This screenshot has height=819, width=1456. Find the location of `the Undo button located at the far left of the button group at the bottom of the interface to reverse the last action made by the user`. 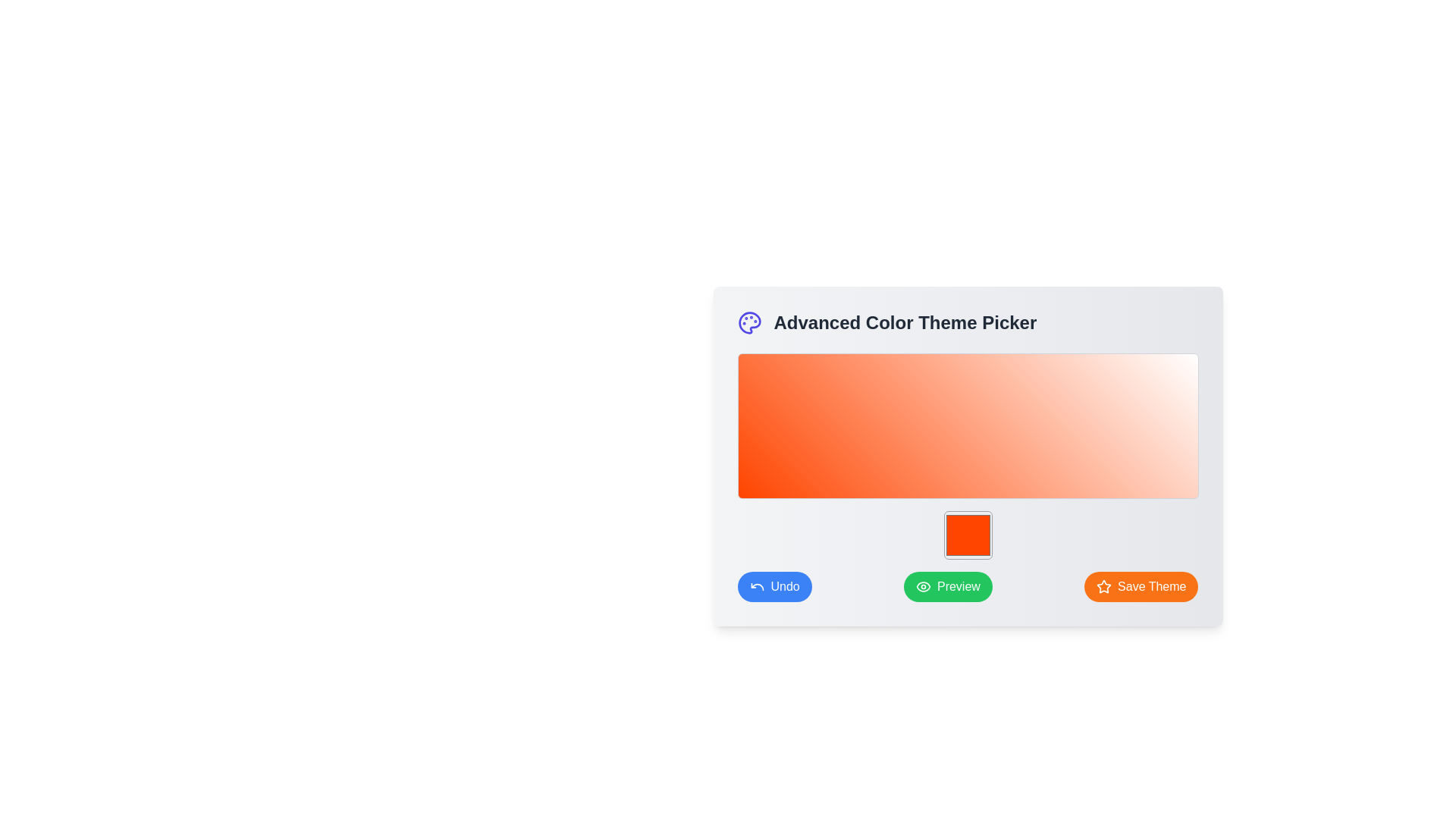

the Undo button located at the far left of the button group at the bottom of the interface to reverse the last action made by the user is located at coordinates (774, 586).